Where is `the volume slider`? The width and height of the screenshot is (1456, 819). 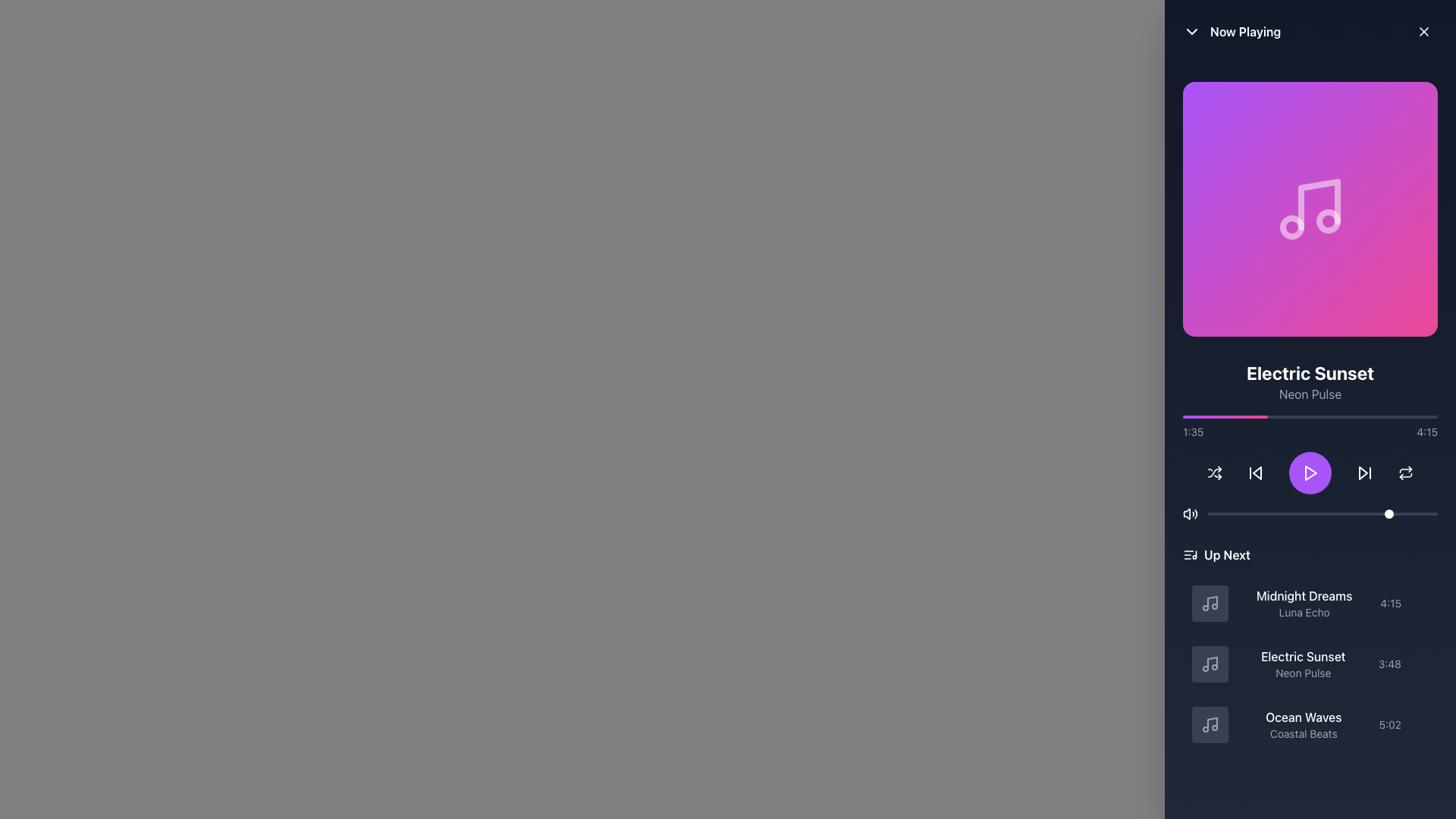
the volume slider is located at coordinates (1404, 513).